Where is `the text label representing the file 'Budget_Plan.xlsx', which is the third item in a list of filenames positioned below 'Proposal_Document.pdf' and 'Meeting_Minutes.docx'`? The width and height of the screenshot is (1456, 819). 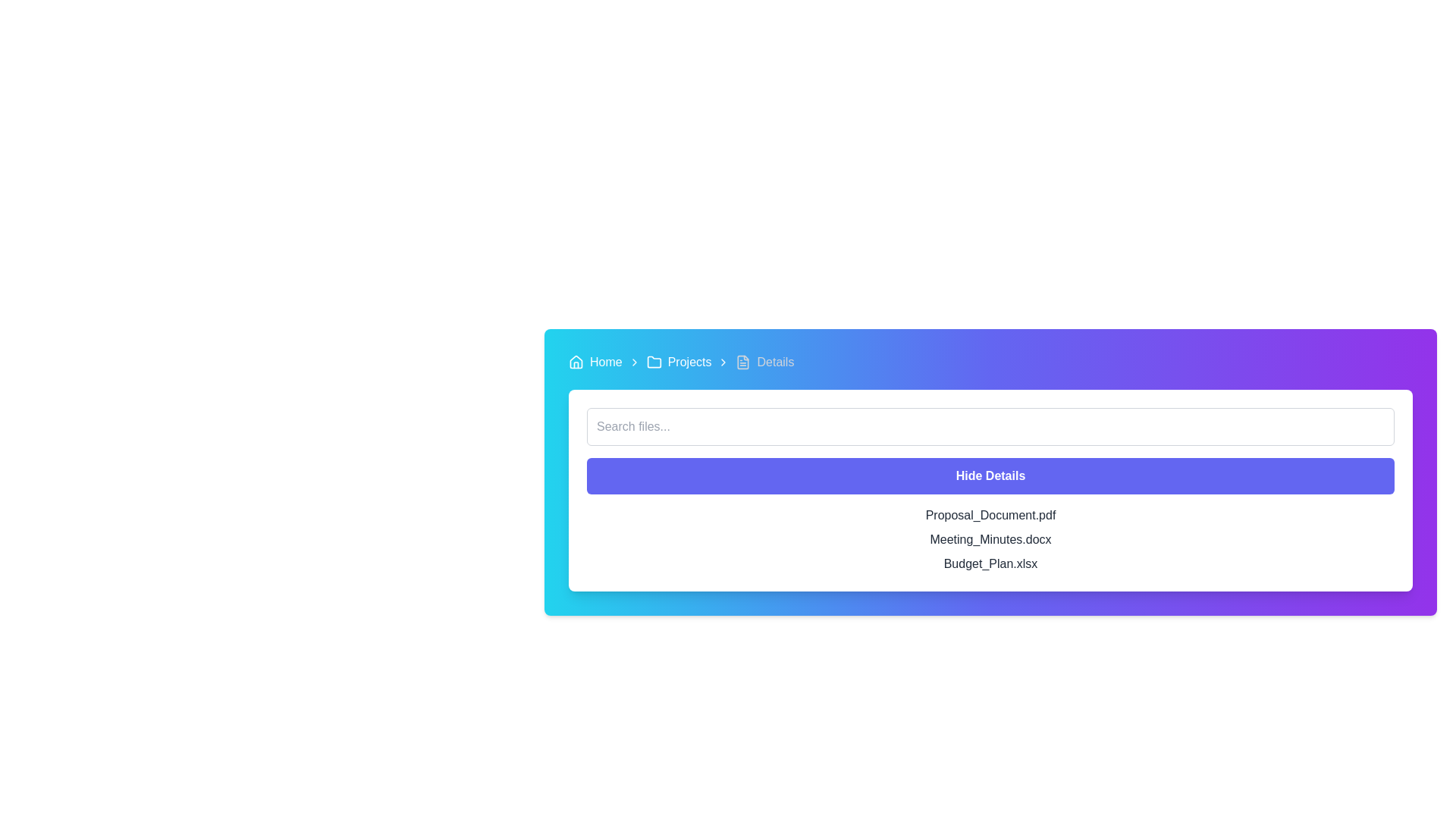 the text label representing the file 'Budget_Plan.xlsx', which is the third item in a list of filenames positioned below 'Proposal_Document.pdf' and 'Meeting_Minutes.docx' is located at coordinates (990, 564).